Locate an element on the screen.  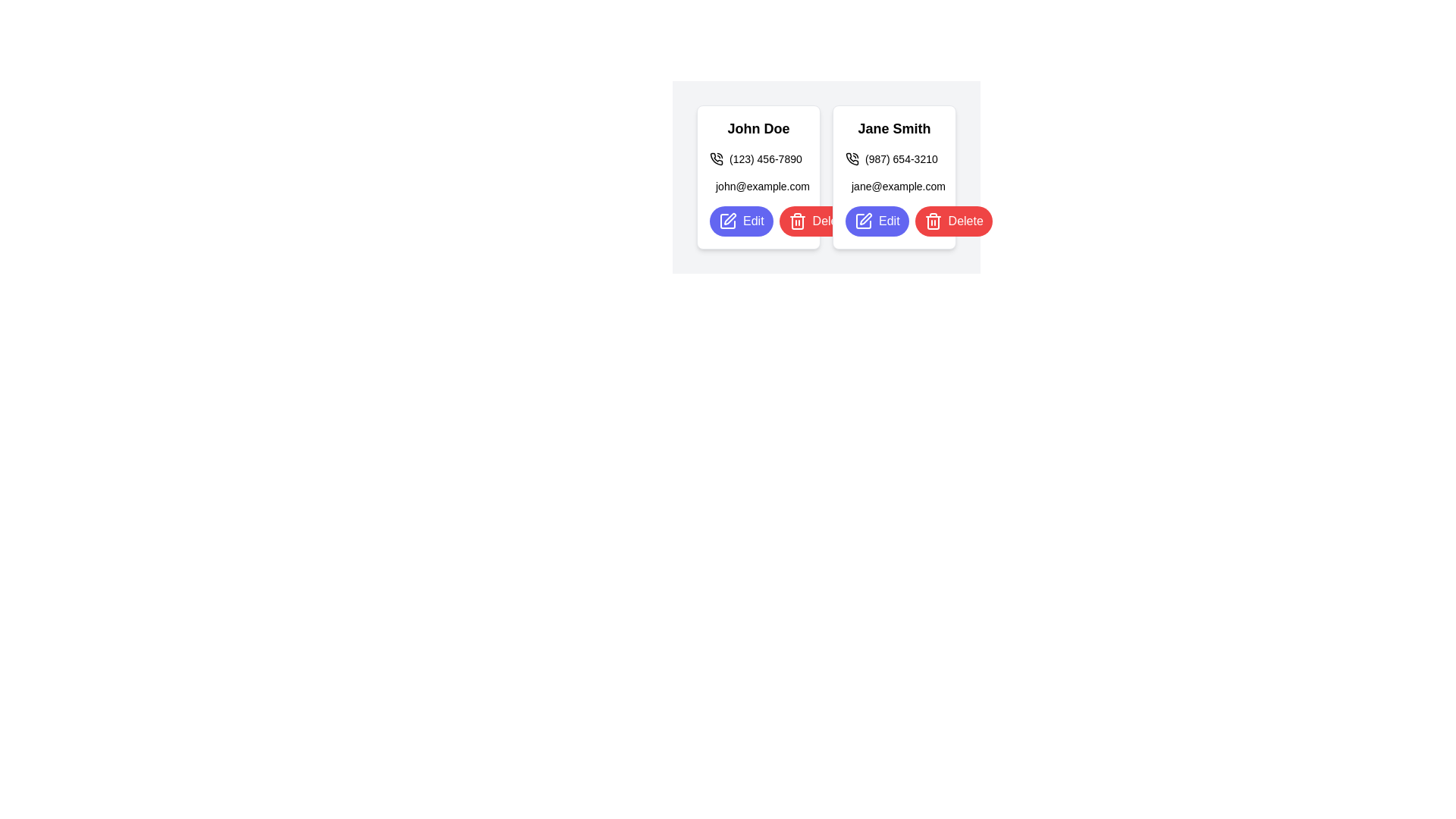
the 'Edit' button located in the bottom row of the contact card for 'Jane Smith' to modify the contact information is located at coordinates (894, 221).